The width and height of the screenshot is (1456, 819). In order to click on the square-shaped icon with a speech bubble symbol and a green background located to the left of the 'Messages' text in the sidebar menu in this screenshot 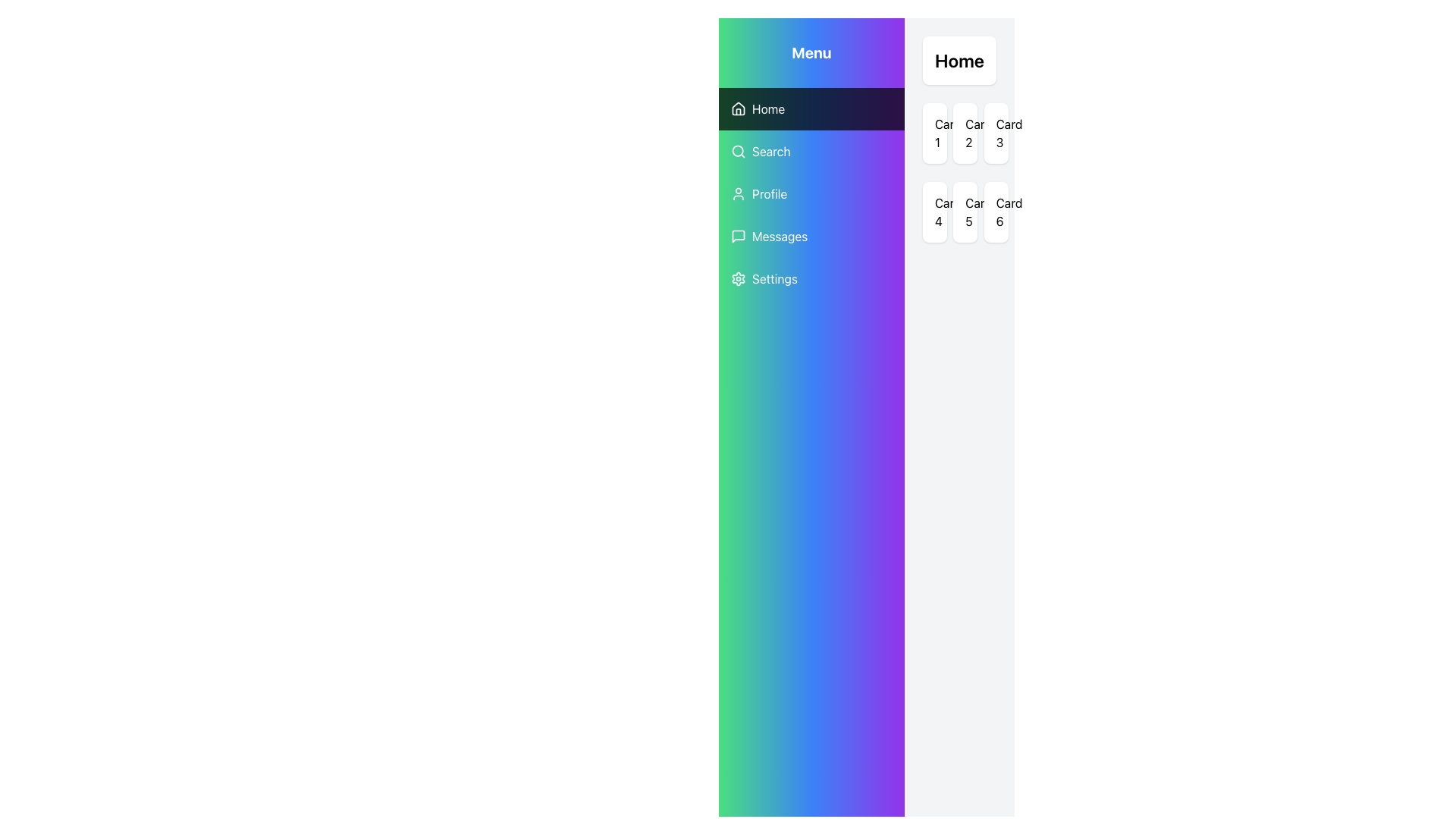, I will do `click(739, 237)`.